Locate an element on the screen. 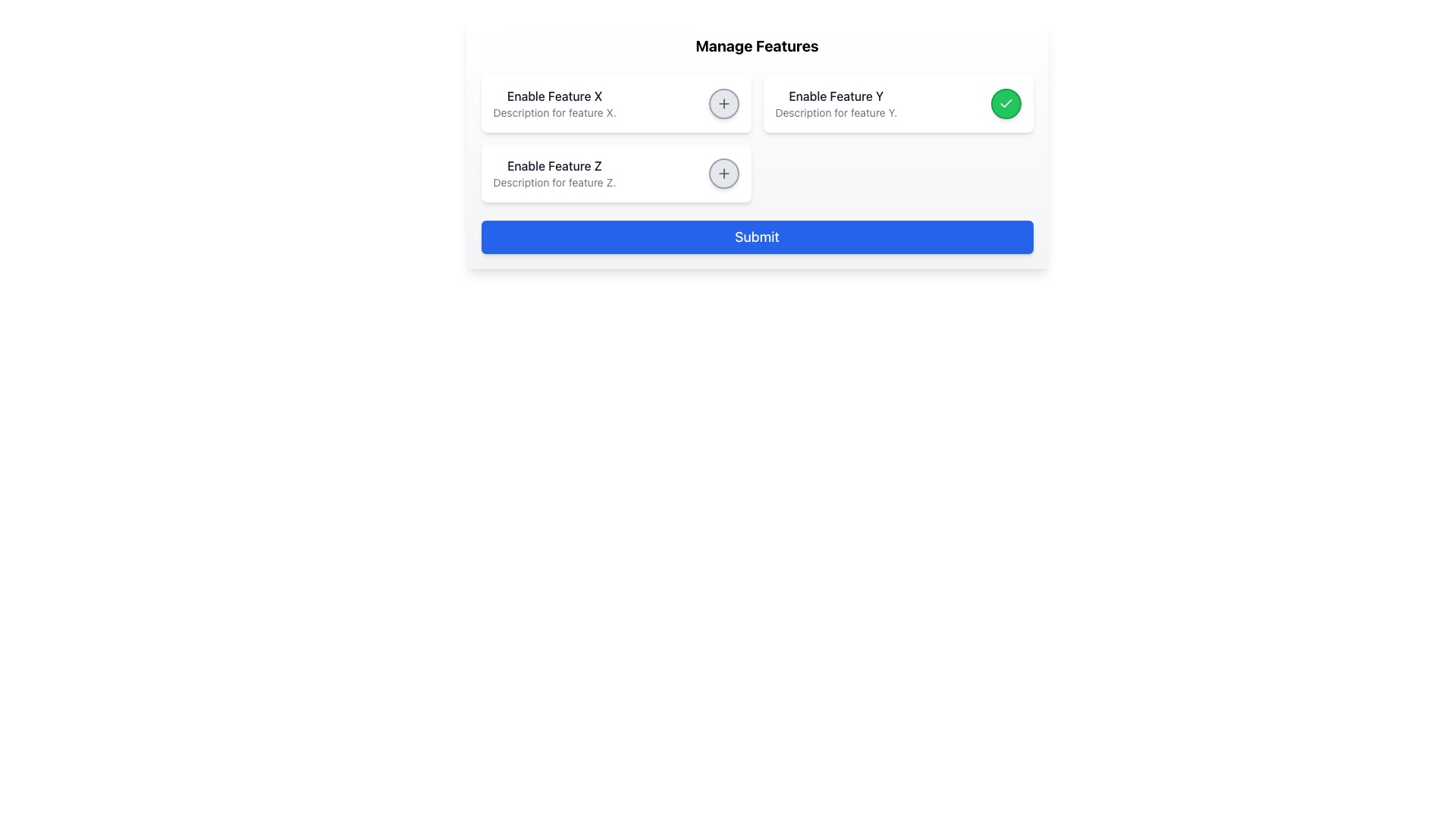 The height and width of the screenshot is (819, 1456). the Circular Button or Status Indicator that confirms the activation of Feature Y, located at the far-right end of the panel titled 'Enable Feature Y' is located at coordinates (1006, 103).